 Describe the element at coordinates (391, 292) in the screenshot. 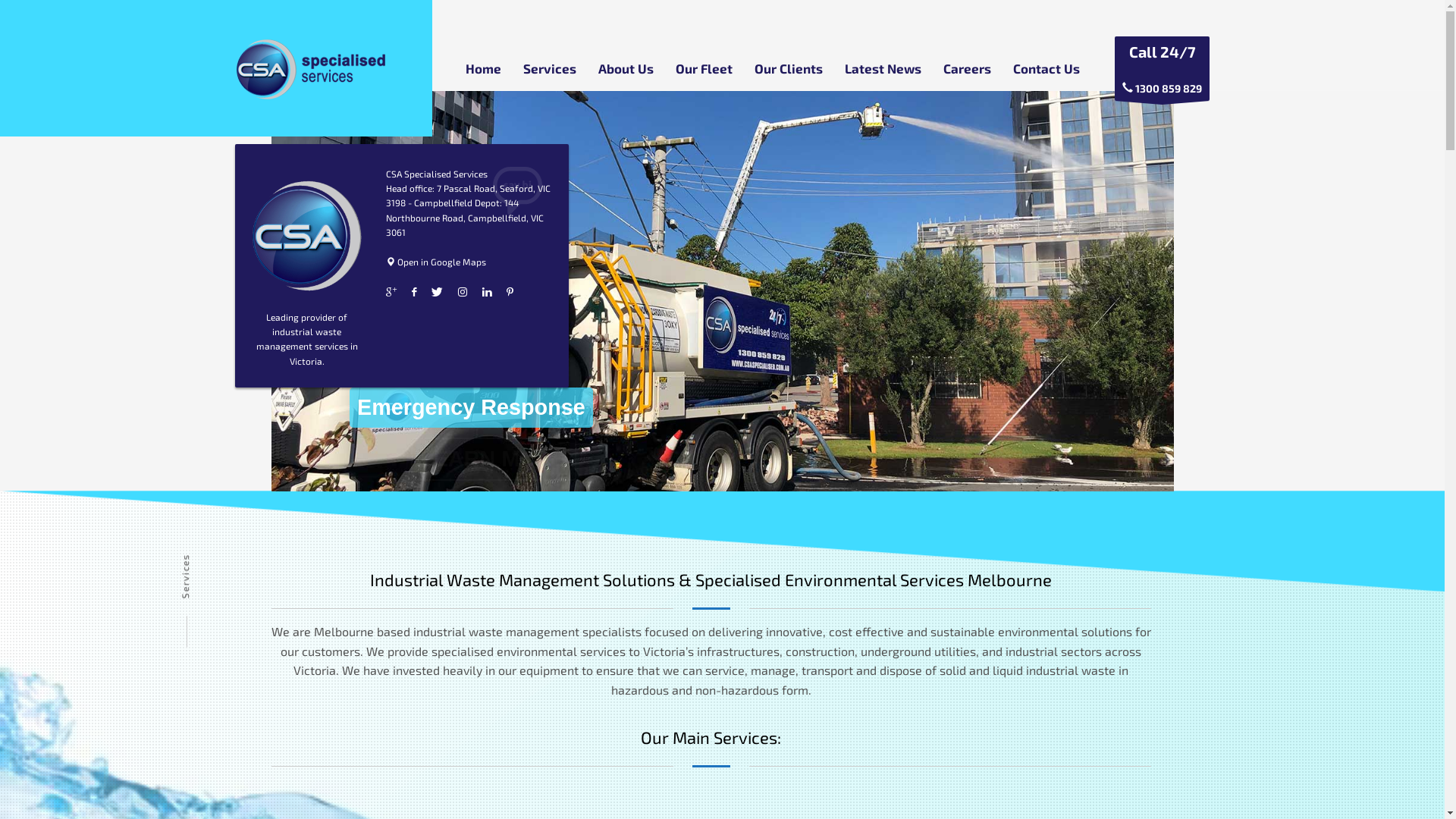

I see `'CSA Specialised Services Google Plus'` at that location.